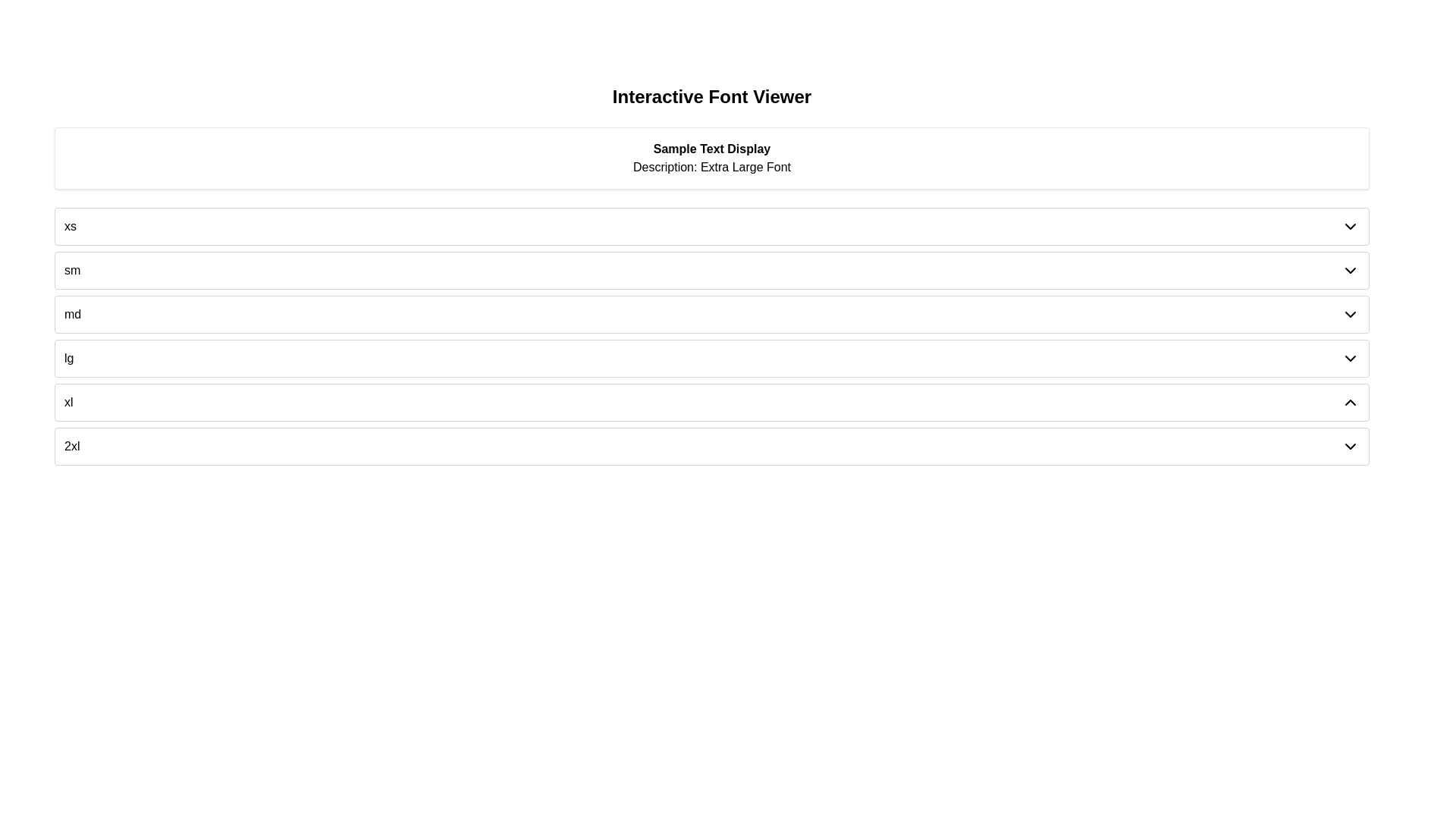  What do you see at coordinates (711, 359) in the screenshot?
I see `the fourth button in the vertical list of size options` at bounding box center [711, 359].